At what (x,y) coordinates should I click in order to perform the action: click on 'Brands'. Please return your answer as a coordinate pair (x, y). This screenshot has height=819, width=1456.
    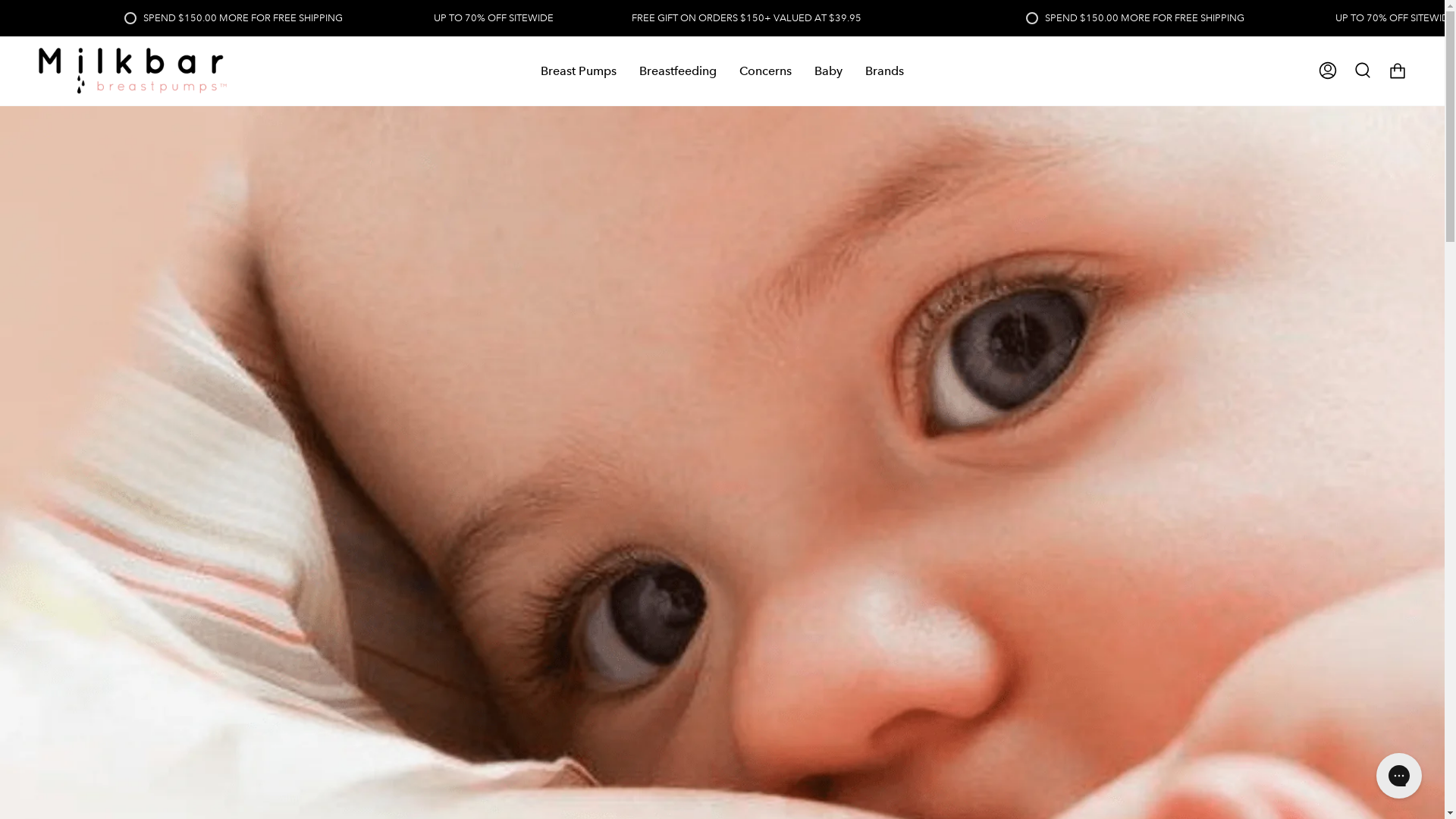
    Looking at the image, I should click on (884, 71).